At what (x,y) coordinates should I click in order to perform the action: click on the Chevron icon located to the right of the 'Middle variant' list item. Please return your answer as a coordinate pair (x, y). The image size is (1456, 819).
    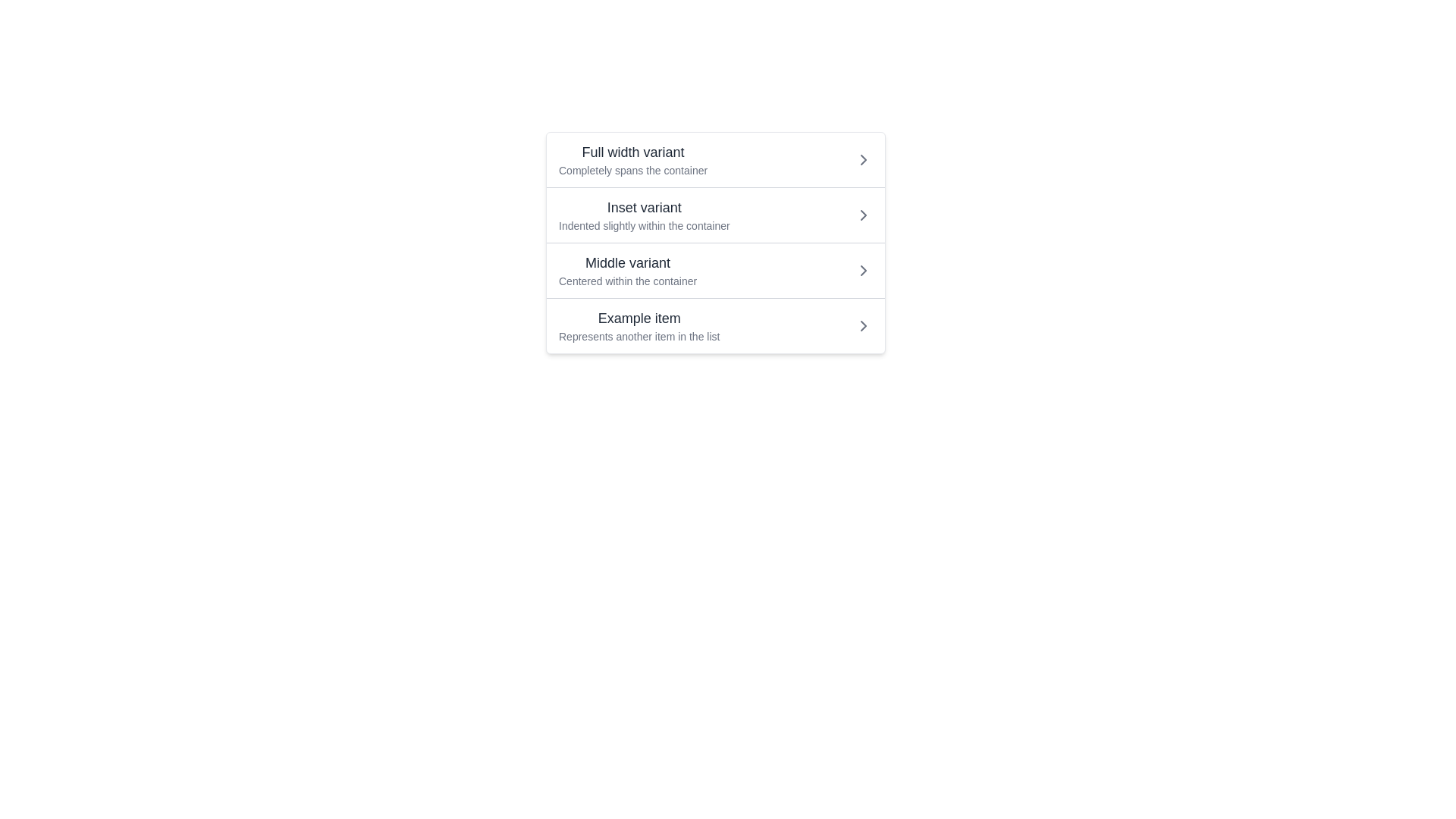
    Looking at the image, I should click on (863, 270).